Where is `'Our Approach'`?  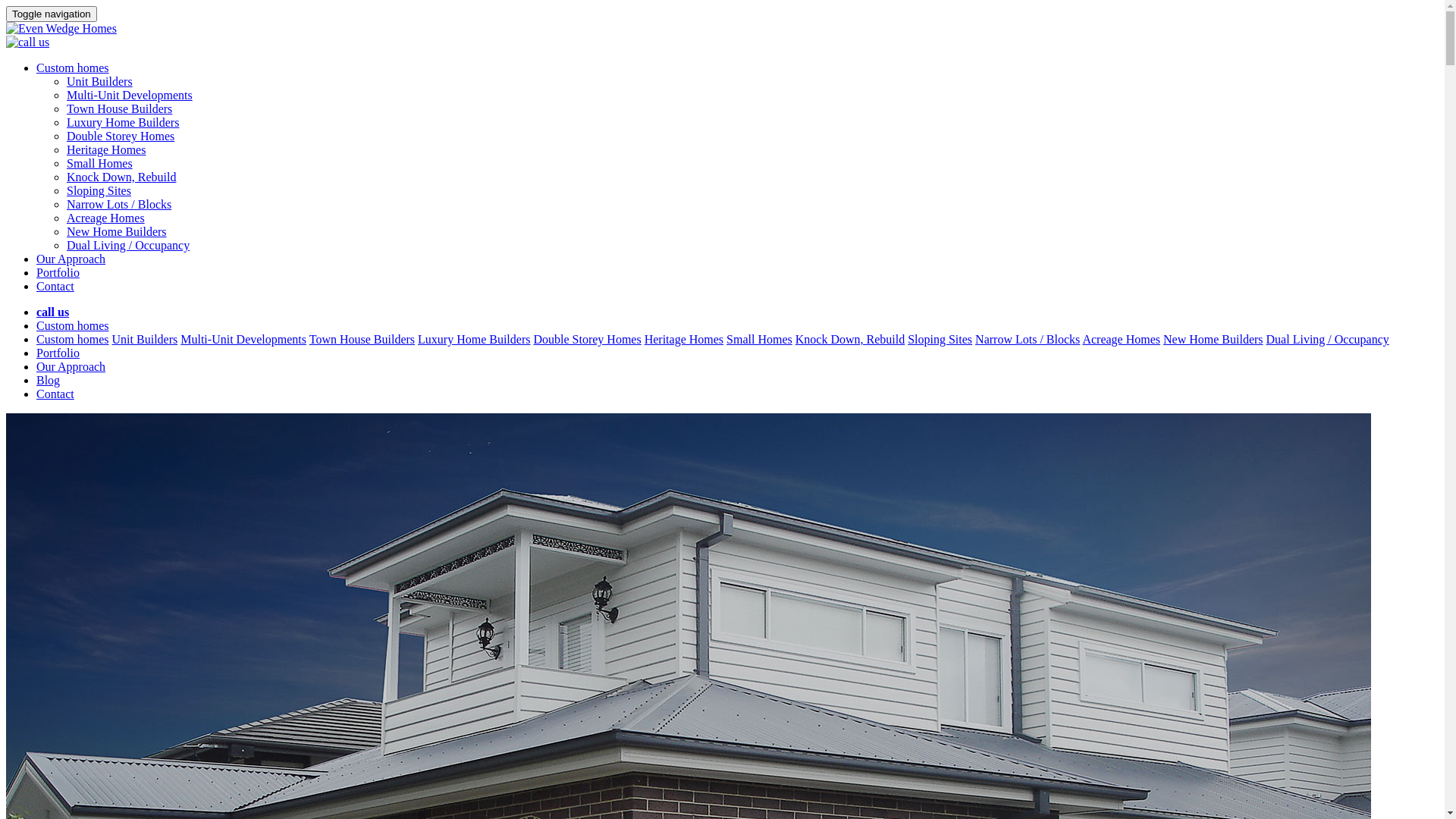 'Our Approach' is located at coordinates (36, 366).